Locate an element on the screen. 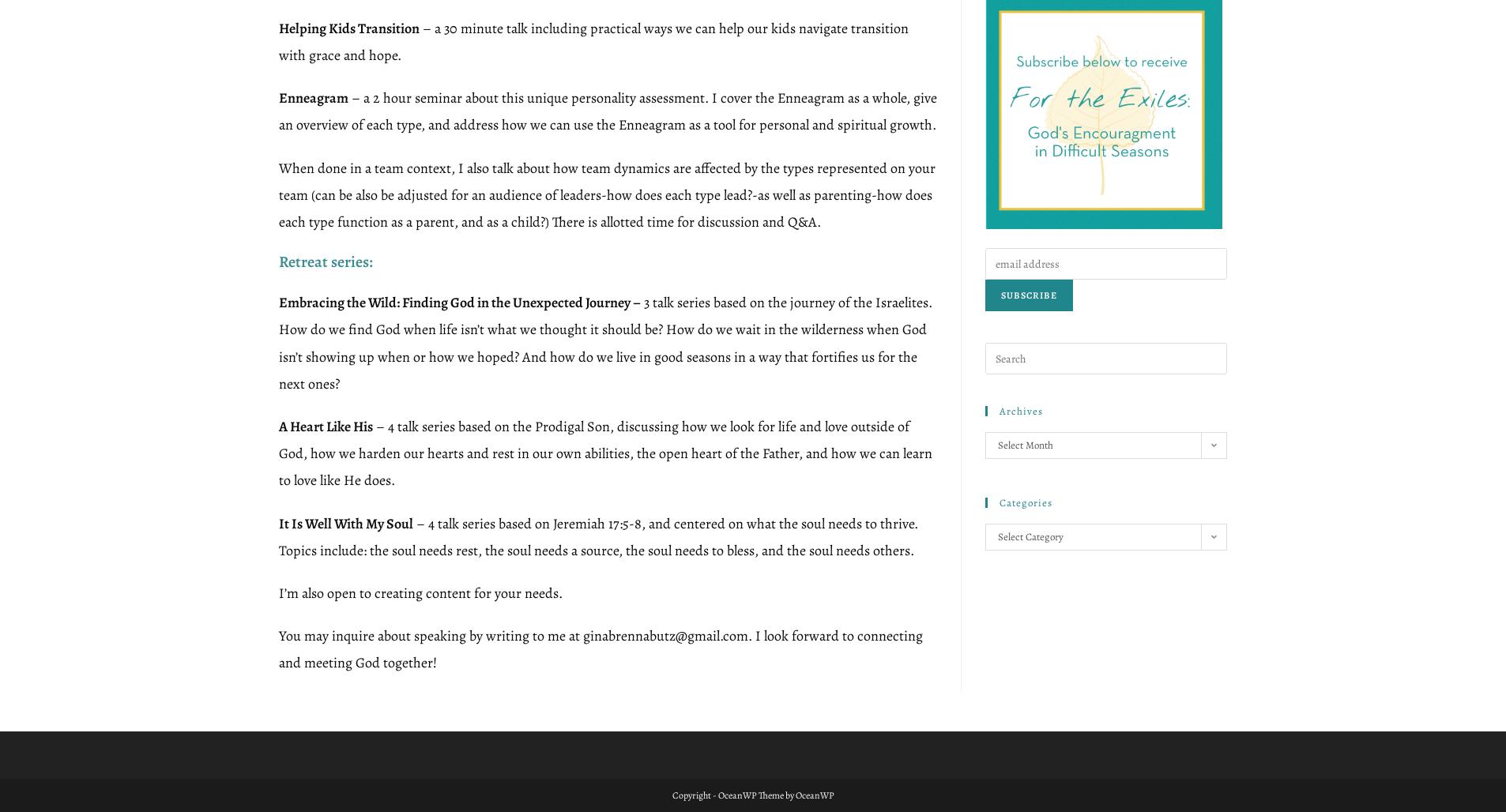 The height and width of the screenshot is (812, 1506). 'When done in a team context, I also talk about how team dynamics are affected by the types represented on your team (can be also be adjusted for an audience of leaders-how does each type lead?-as well as parenting-how does each type function as a parent, and as a child?) There is allotted time for discussion and Q&A.' is located at coordinates (607, 194).